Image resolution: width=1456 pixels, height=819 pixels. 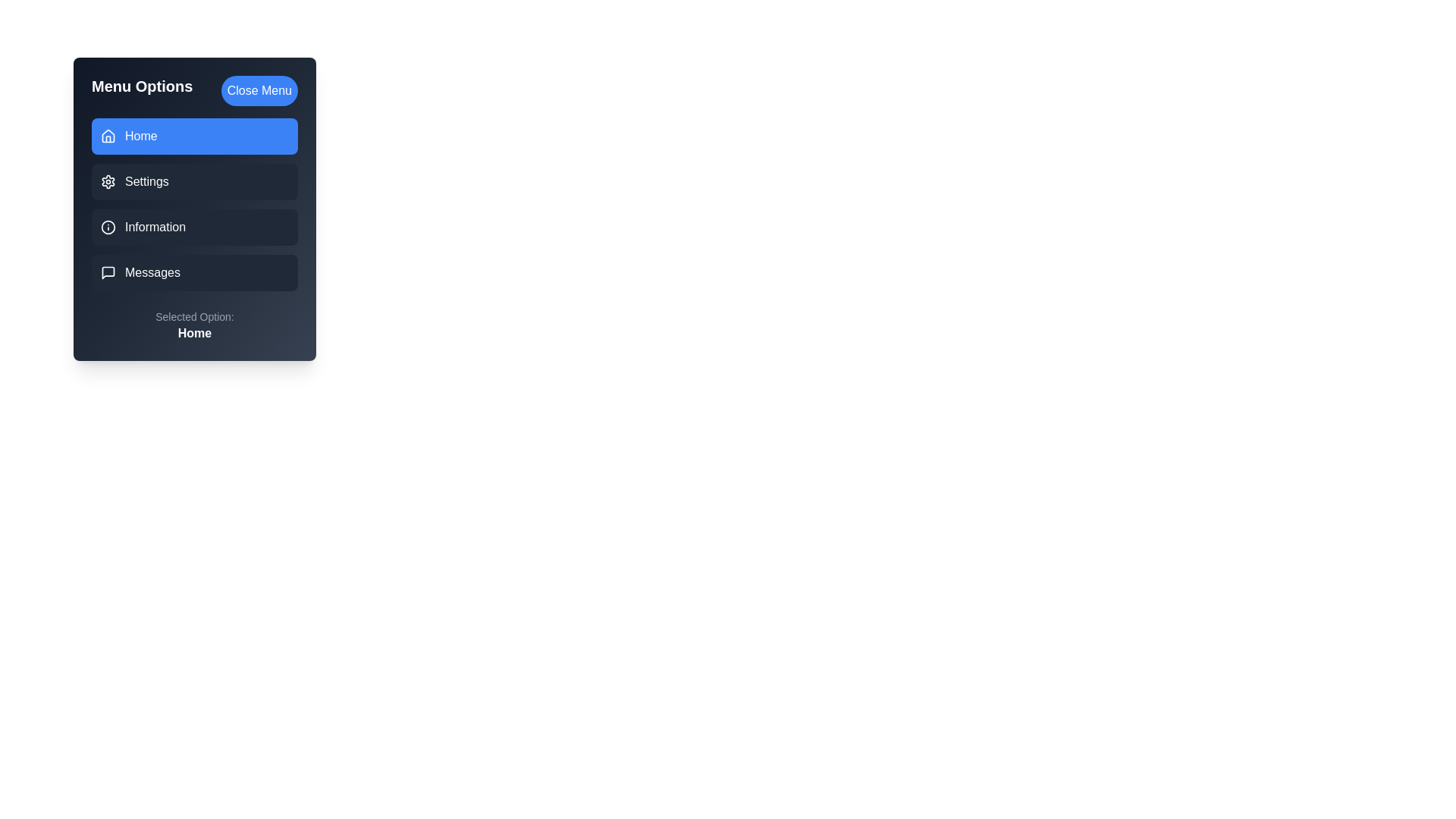 I want to click on the Navigation button, which is the third option within the dark-themed menu card with a dark gray gradient background, so click(x=194, y=209).